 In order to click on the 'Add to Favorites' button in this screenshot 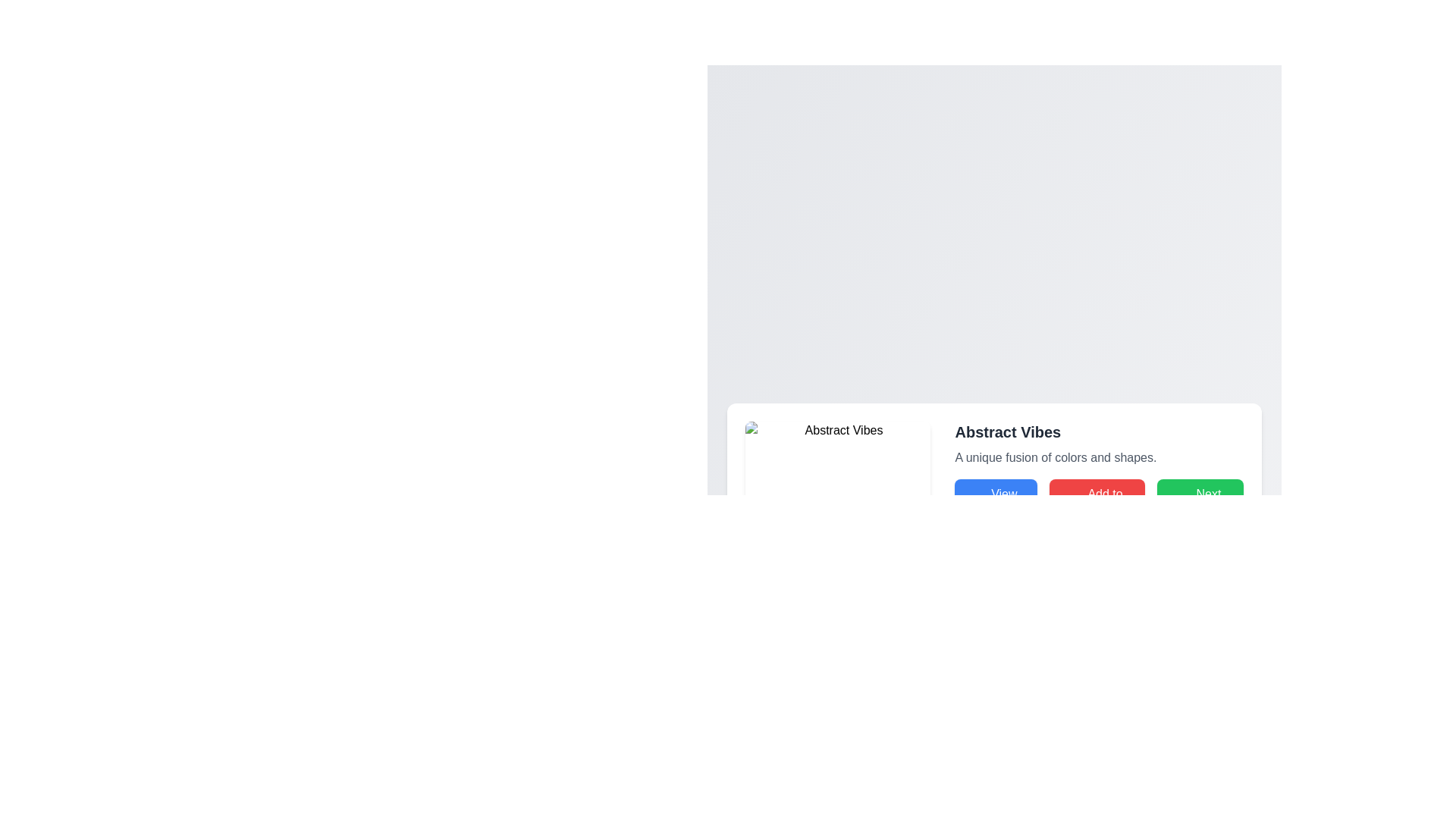, I will do `click(1097, 503)`.